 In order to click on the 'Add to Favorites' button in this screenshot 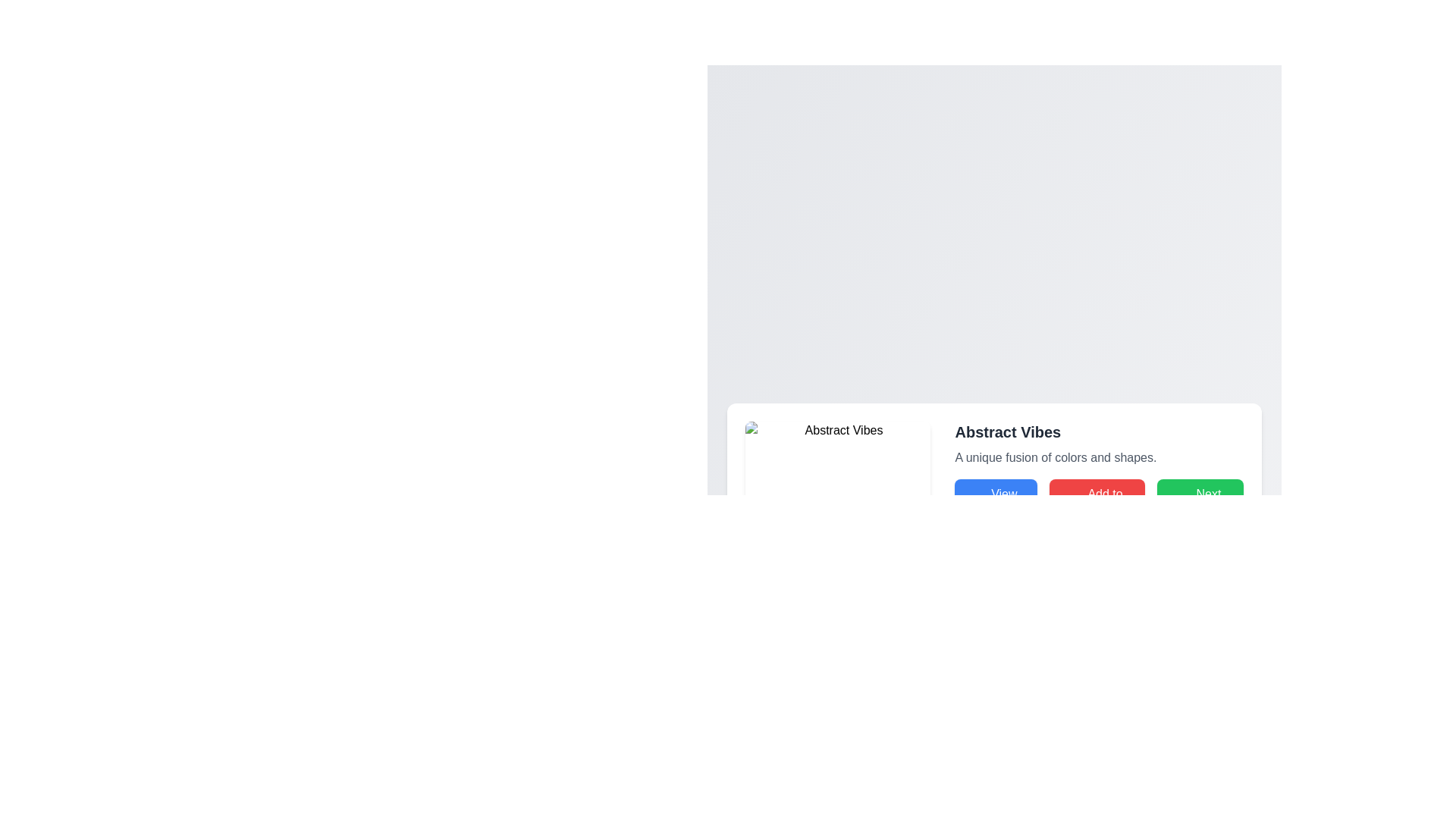, I will do `click(1097, 503)`.